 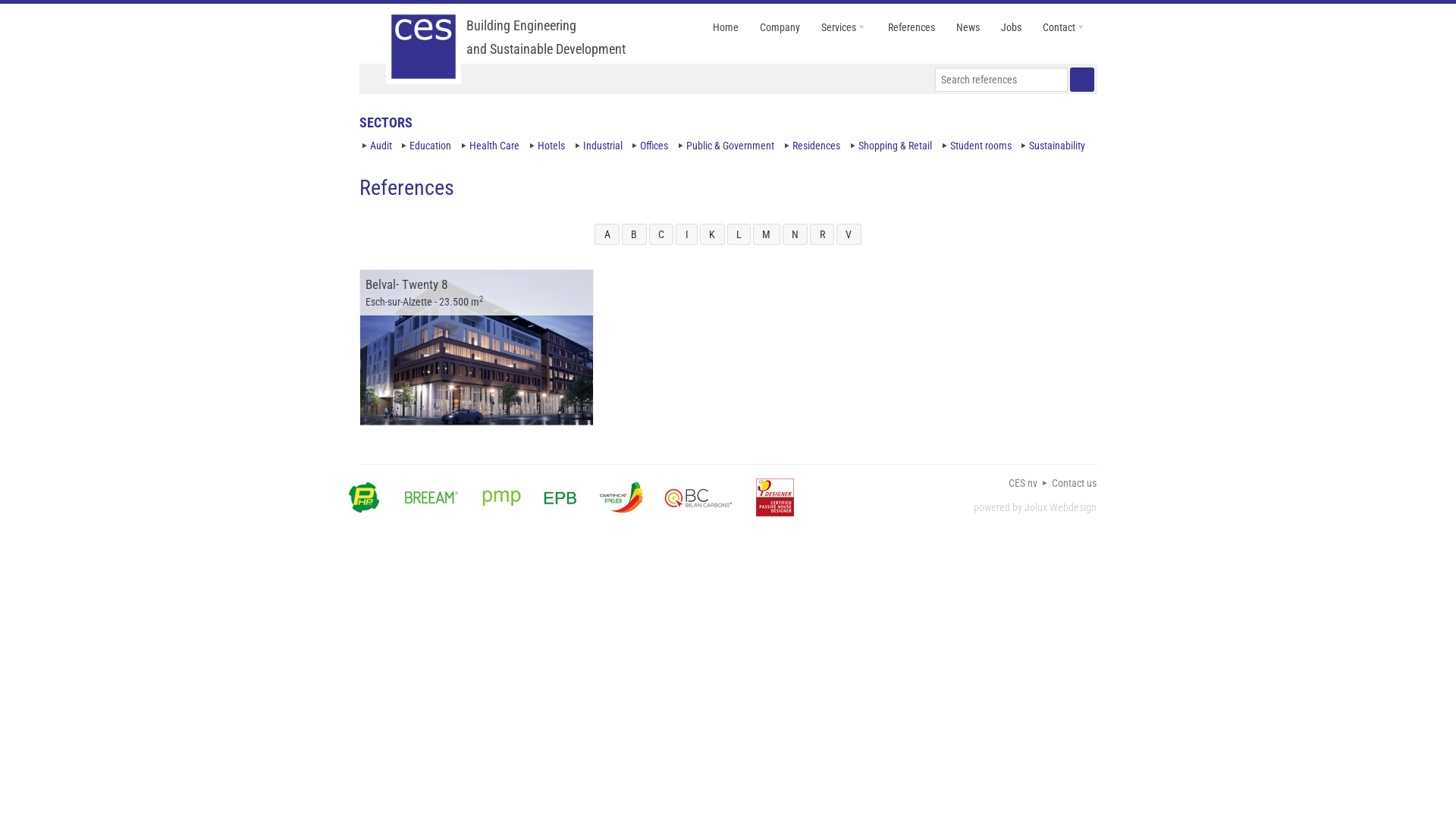 What do you see at coordinates (730, 146) in the screenshot?
I see `'Public & Government'` at bounding box center [730, 146].